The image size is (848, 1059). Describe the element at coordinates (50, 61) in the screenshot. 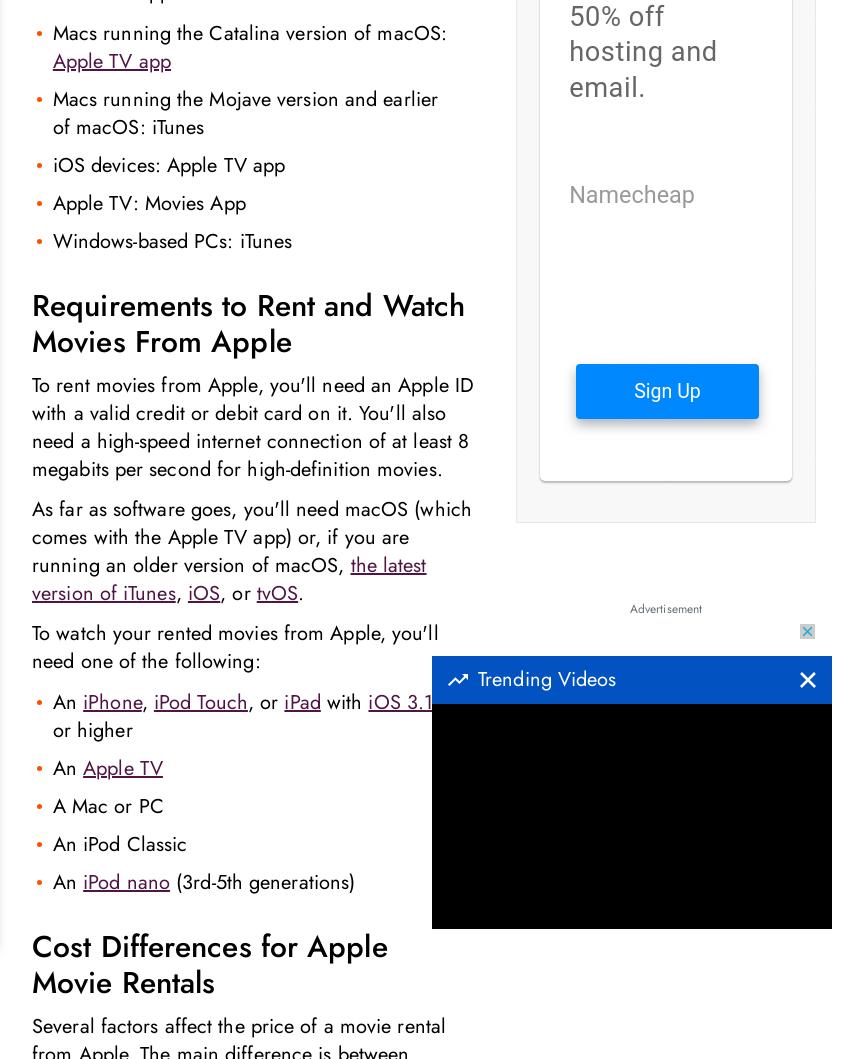

I see `'Apple TV app'` at that location.